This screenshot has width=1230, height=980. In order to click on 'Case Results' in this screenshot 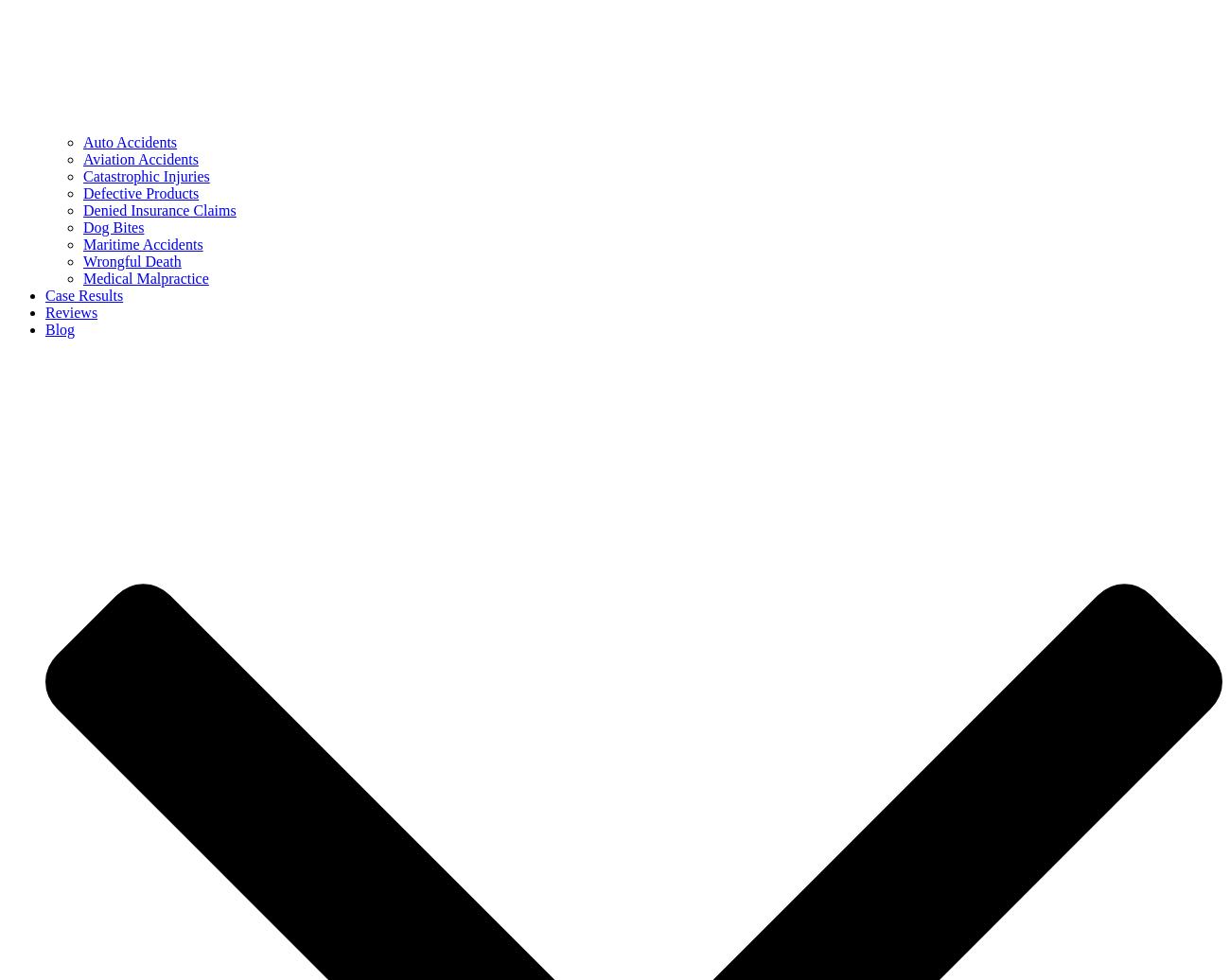, I will do `click(84, 295)`.